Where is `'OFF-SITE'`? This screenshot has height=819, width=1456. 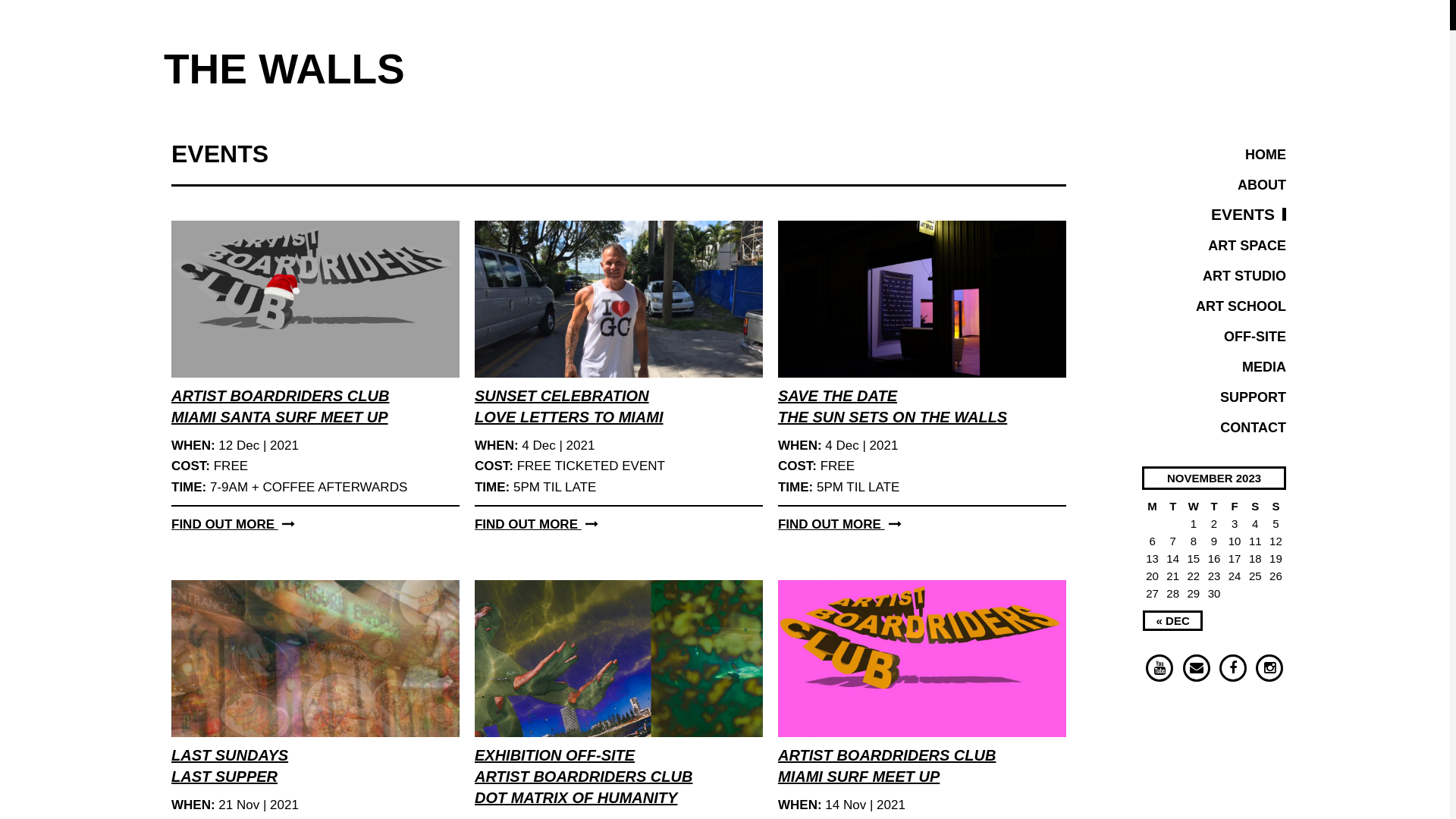
'OFF-SITE' is located at coordinates (1223, 336).